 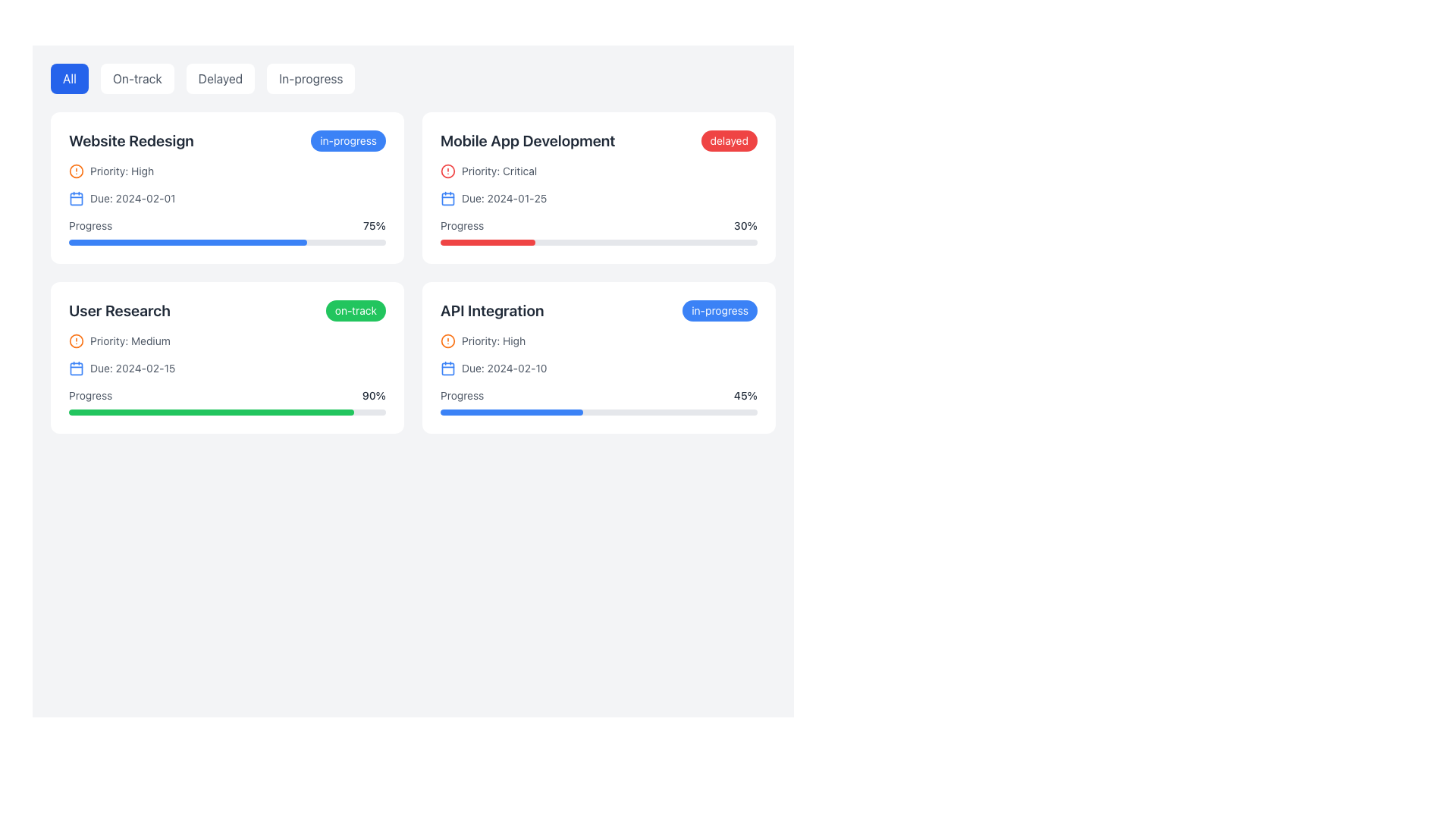 What do you see at coordinates (499, 171) in the screenshot?
I see `the 'Priority: Critical' label, which is styled in gray and located within the 'Mobile App Development' project card, positioned below the project title and next to a red alert icon` at bounding box center [499, 171].